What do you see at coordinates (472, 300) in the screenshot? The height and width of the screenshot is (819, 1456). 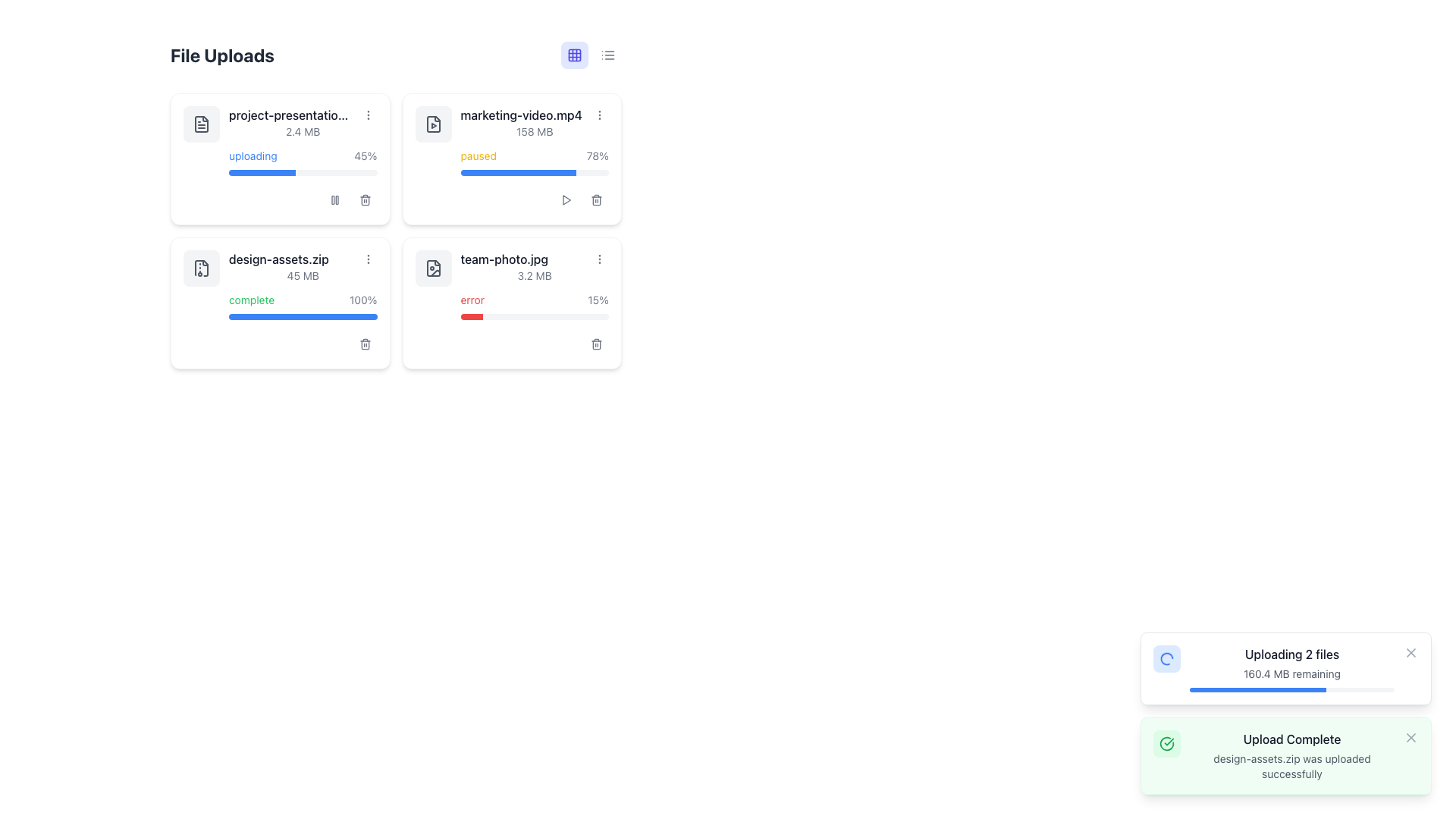 I see `the text label displaying 'error' in red, located in the bottom right card under the file named 'team-photo.jpg'` at bounding box center [472, 300].